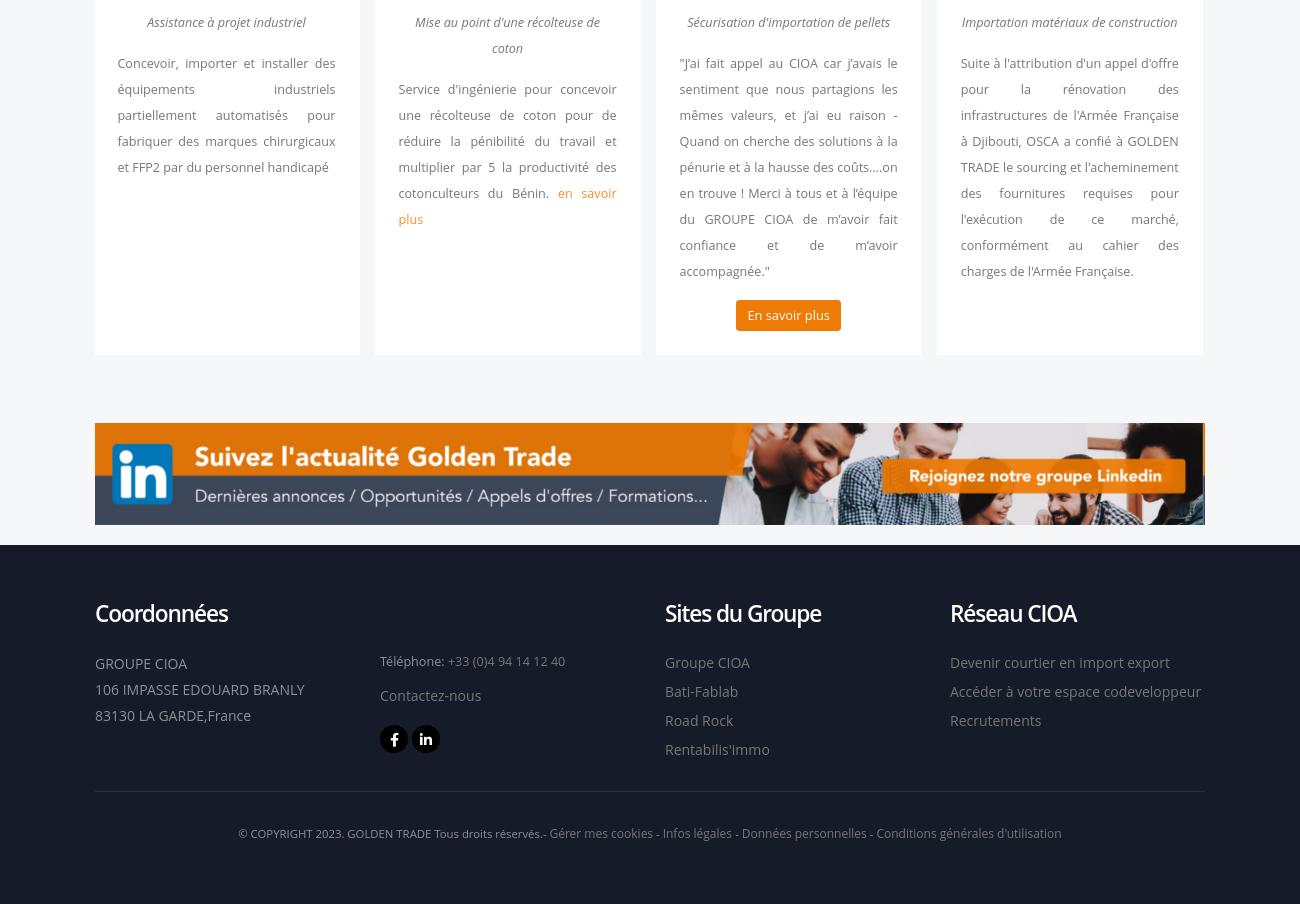 This screenshot has height=904, width=1300. What do you see at coordinates (393, 831) in the screenshot?
I see `'© COPYRIGHT 2023. GOLDEN TRADE Tous droits réservés.-'` at bounding box center [393, 831].